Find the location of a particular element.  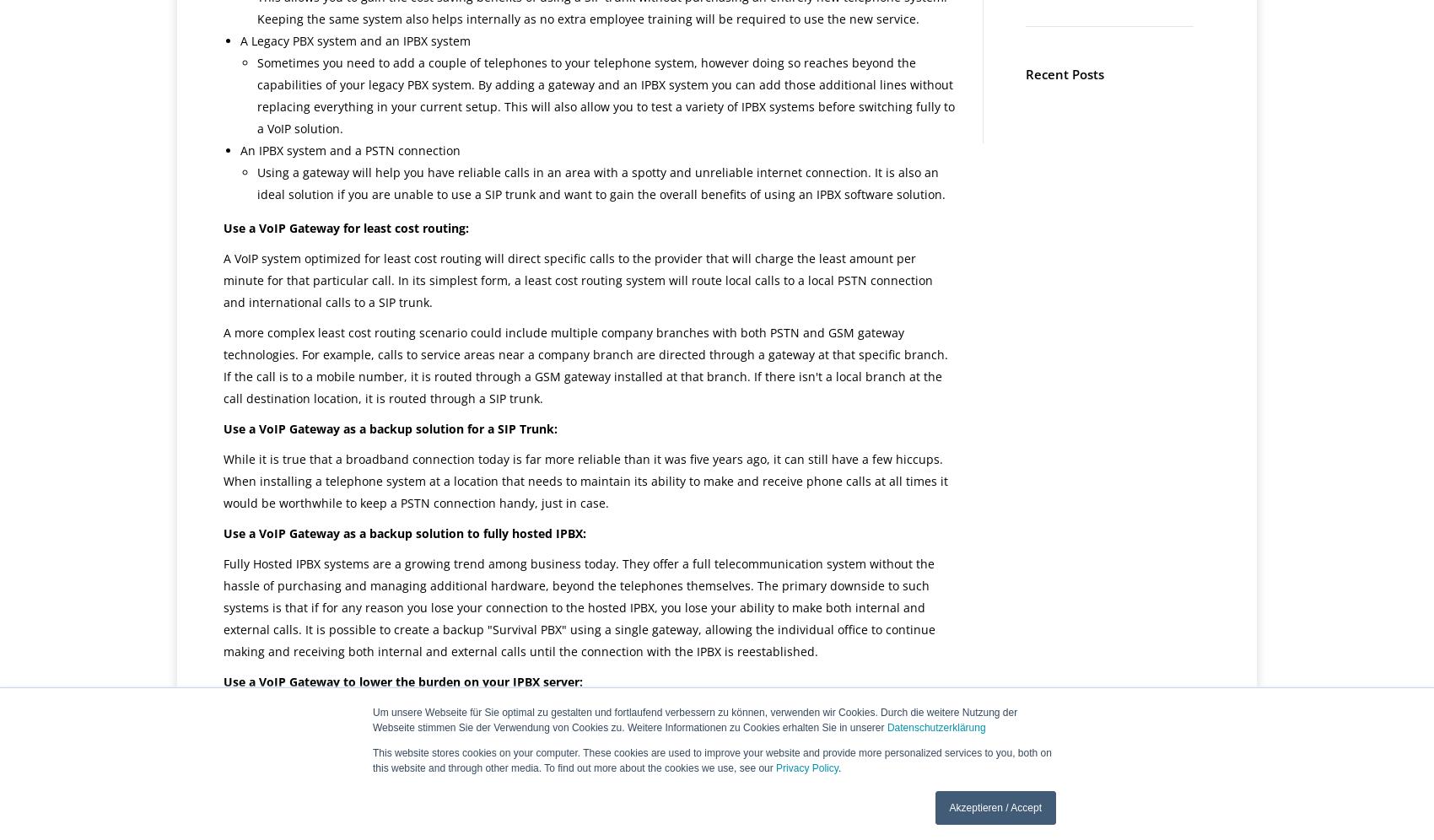

'Fully Hosted IPBX systems are a growing trend among business today. They offer a full telecommunication system without the hassle of purchasing and managing additional hardware, beyond the telephones themselves. The primary downside to such systems is that if for any reason you lose your connection to the hosted IPBX, you lose your ability to make both internal and external calls. It is possible to create a backup "Survival PBX" using a single gateway, allowing the individual office to continue making and receiving both internal and external calls until the connection with the IPBX is reestablished.' is located at coordinates (579, 606).